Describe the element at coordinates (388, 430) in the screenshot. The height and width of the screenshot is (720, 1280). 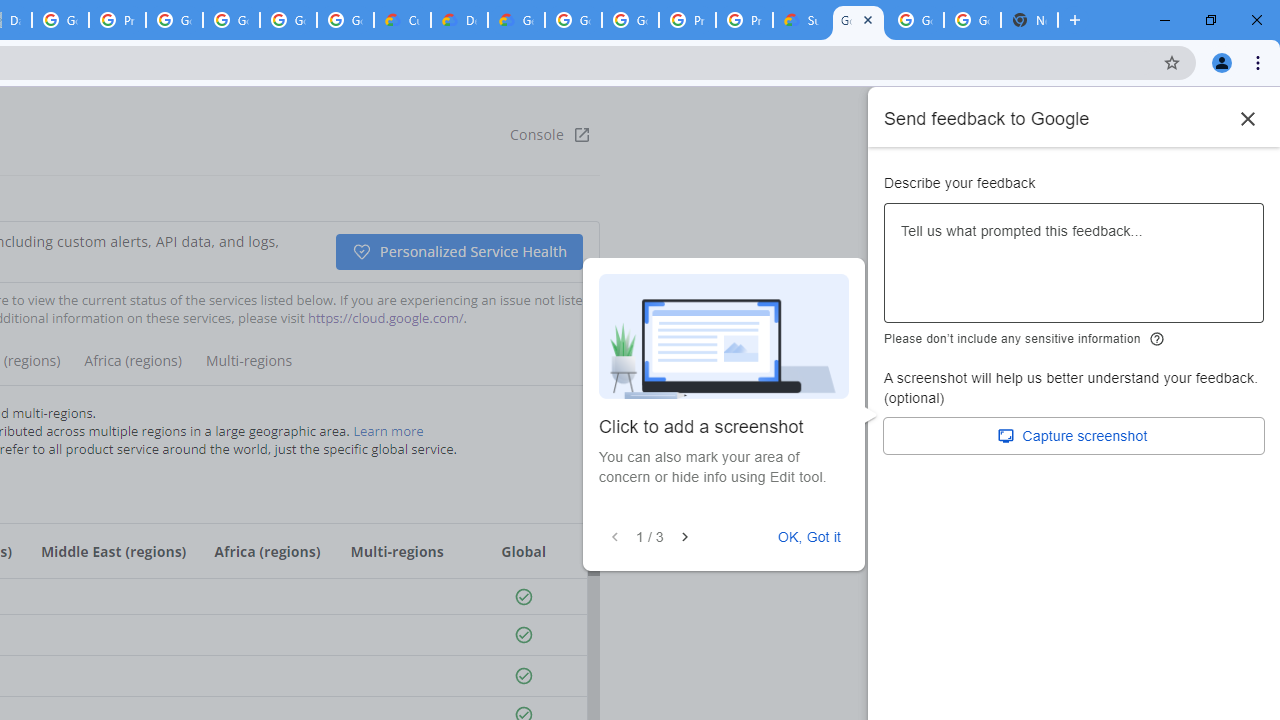
I see `'Learn more'` at that location.